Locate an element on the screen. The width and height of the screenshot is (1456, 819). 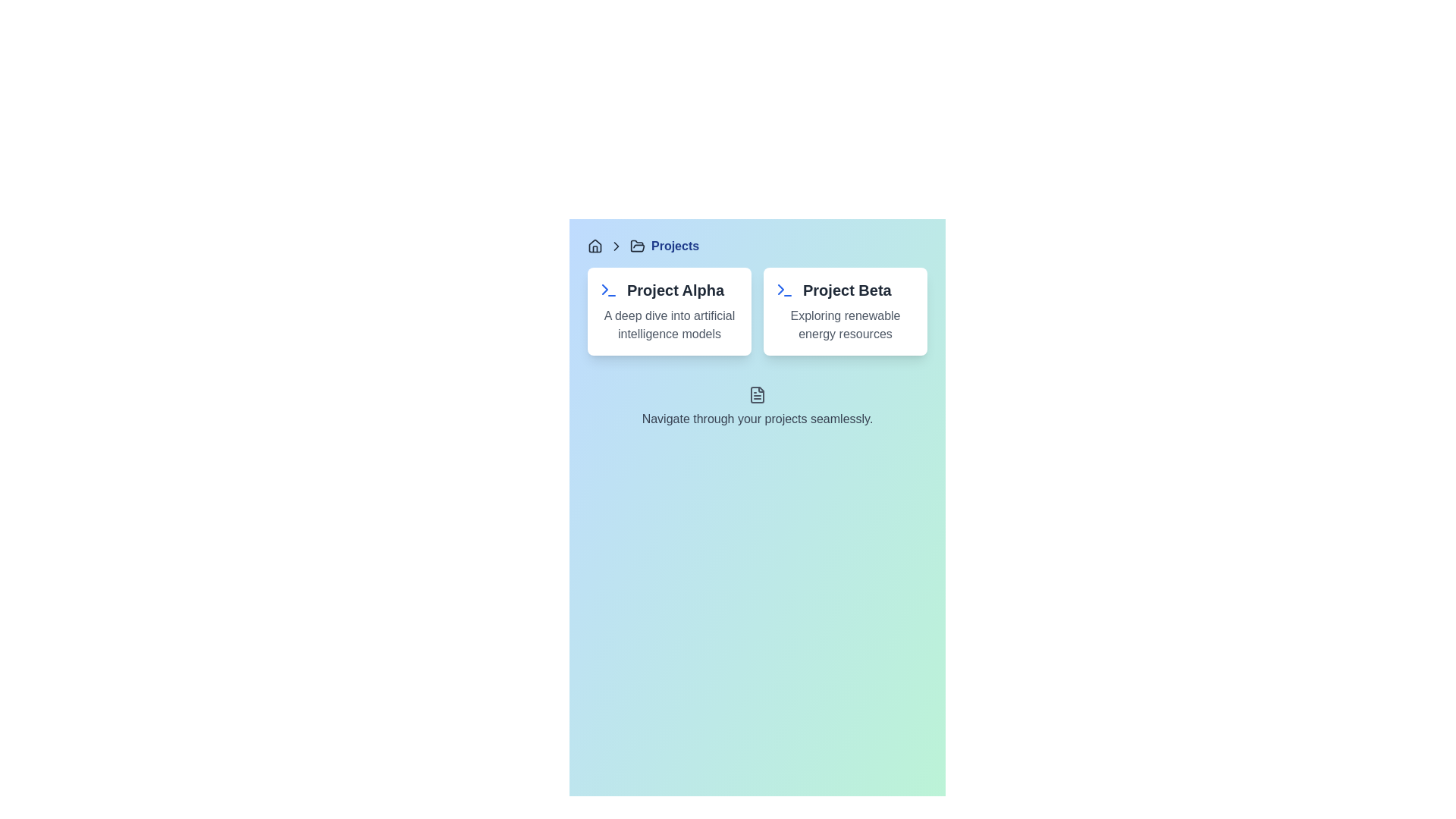
descriptive text label located directly under the 'Project Beta' title in the second card on the right-hand side of the interface is located at coordinates (844, 324).